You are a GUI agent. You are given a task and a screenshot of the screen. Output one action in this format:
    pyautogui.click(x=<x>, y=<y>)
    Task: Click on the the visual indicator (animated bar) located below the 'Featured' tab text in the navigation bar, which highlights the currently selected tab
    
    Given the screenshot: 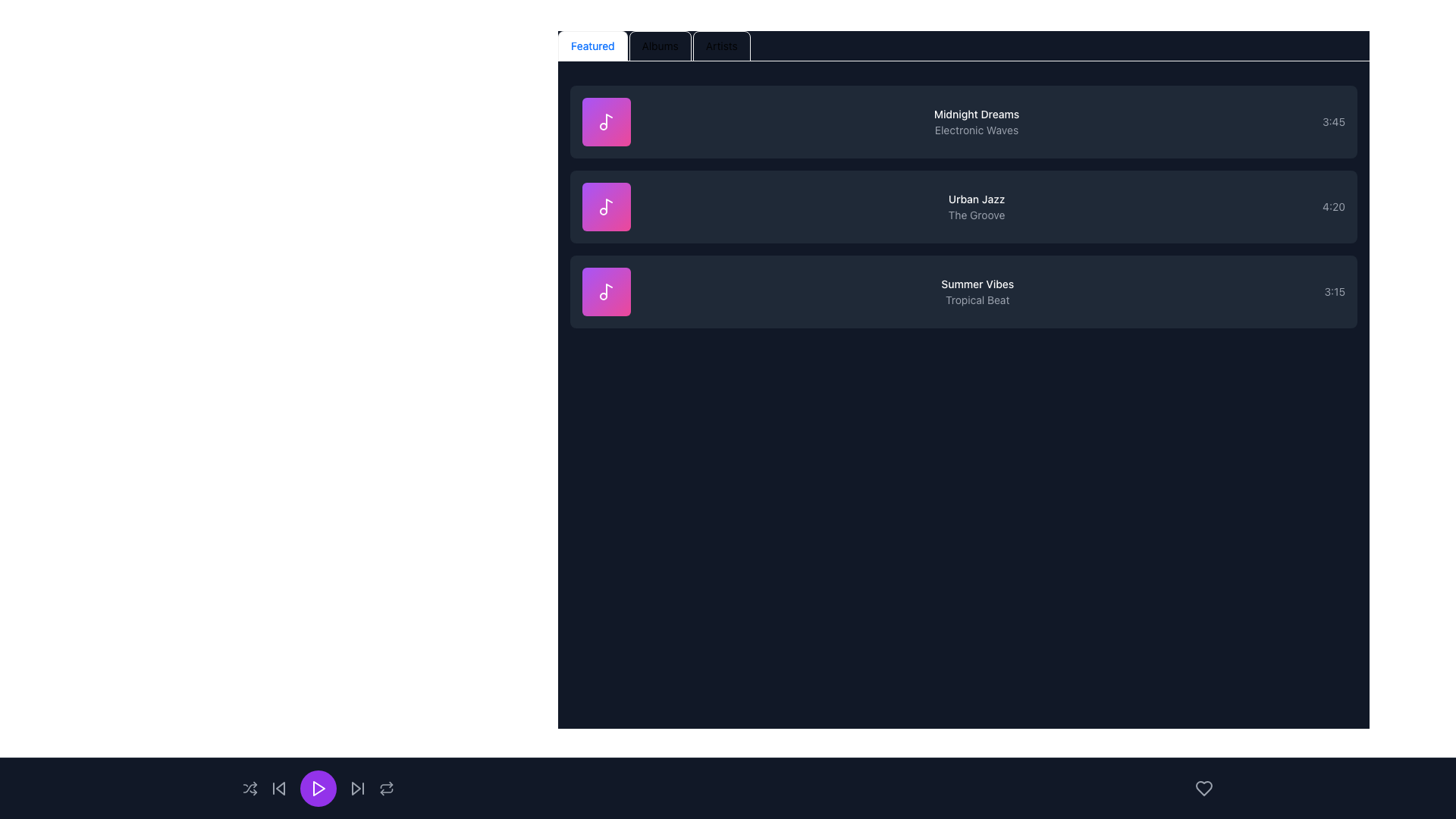 What is the action you would take?
    pyautogui.click(x=591, y=60)
    